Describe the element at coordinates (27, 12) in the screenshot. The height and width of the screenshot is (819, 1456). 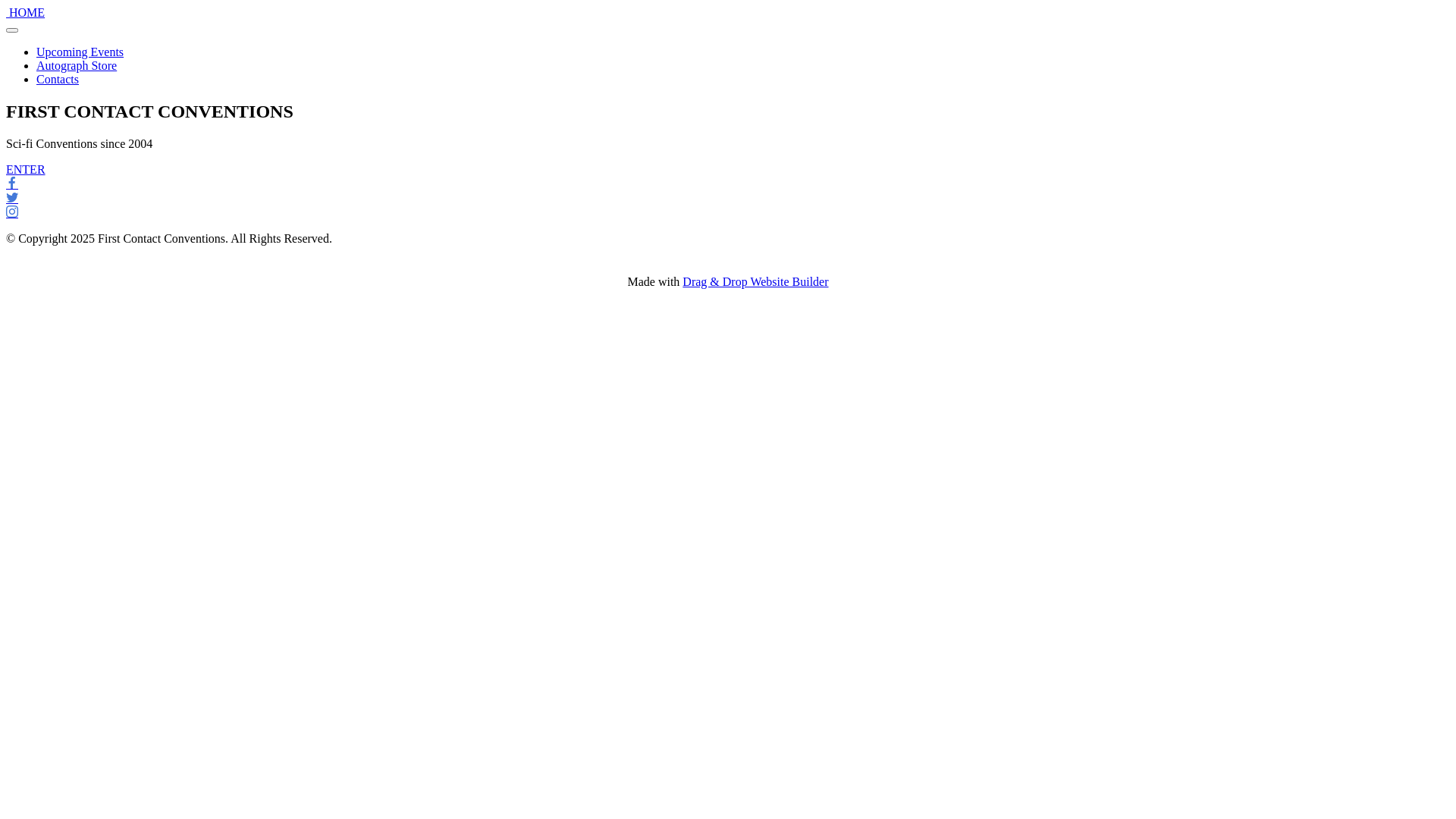
I see `'HOME'` at that location.